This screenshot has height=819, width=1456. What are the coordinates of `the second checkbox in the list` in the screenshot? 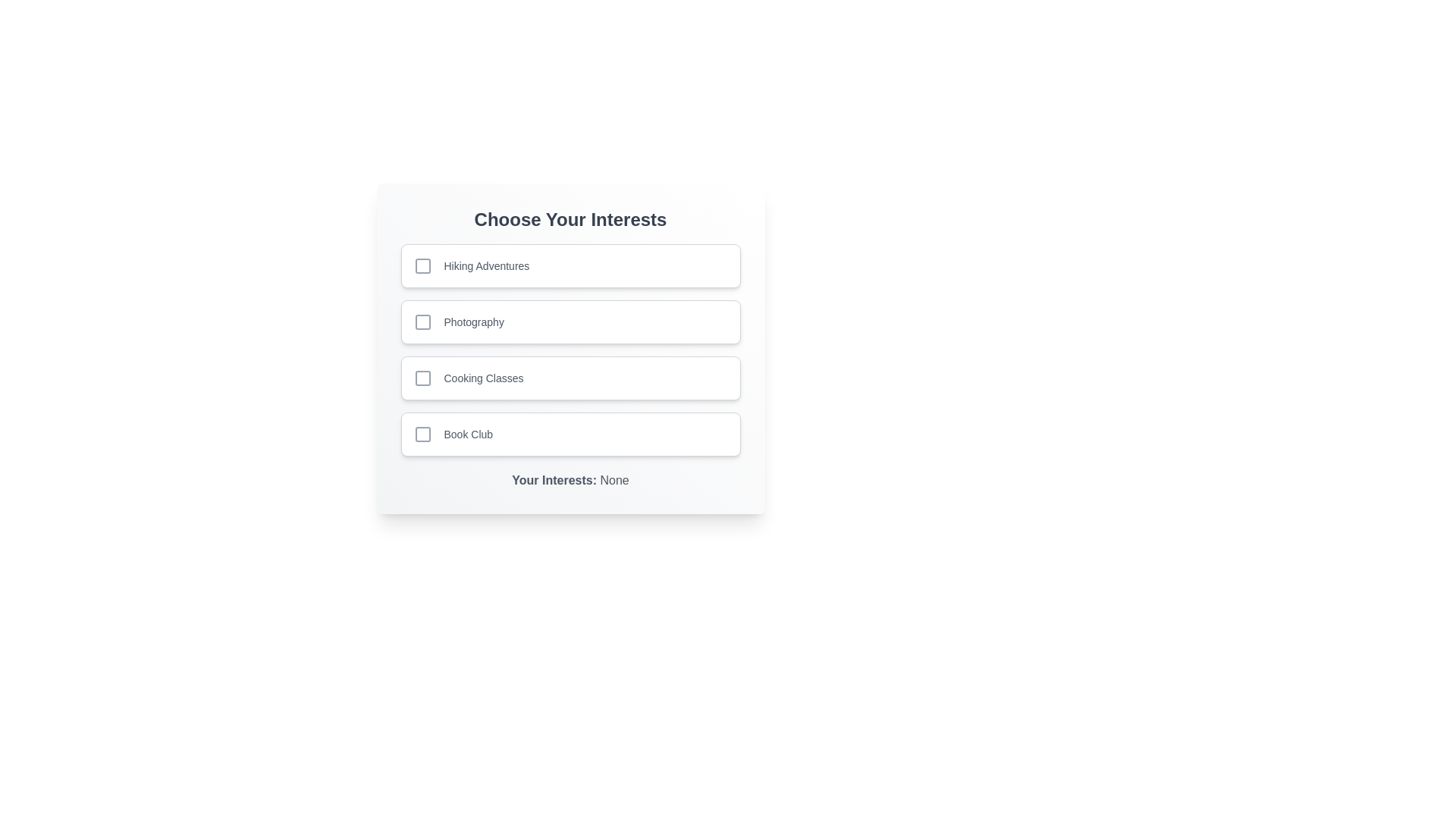 It's located at (422, 321).